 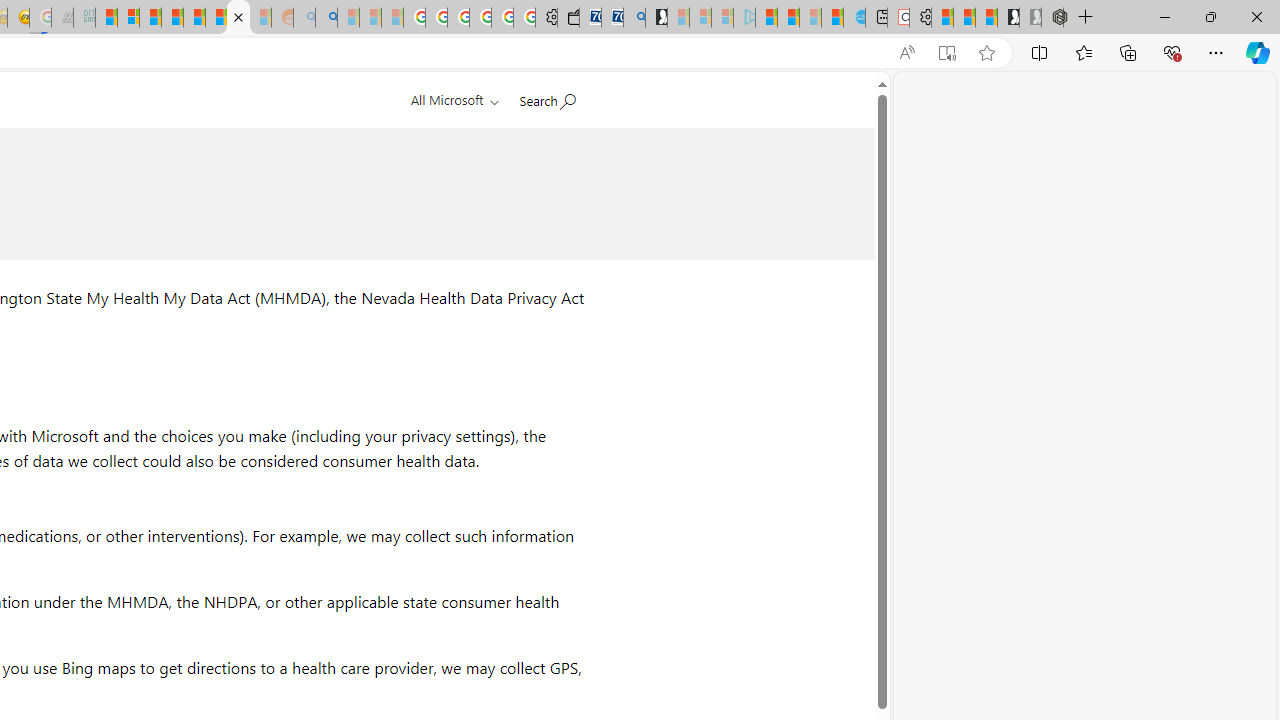 What do you see at coordinates (547, 97) in the screenshot?
I see `'Search Microsoft.com'` at bounding box center [547, 97].